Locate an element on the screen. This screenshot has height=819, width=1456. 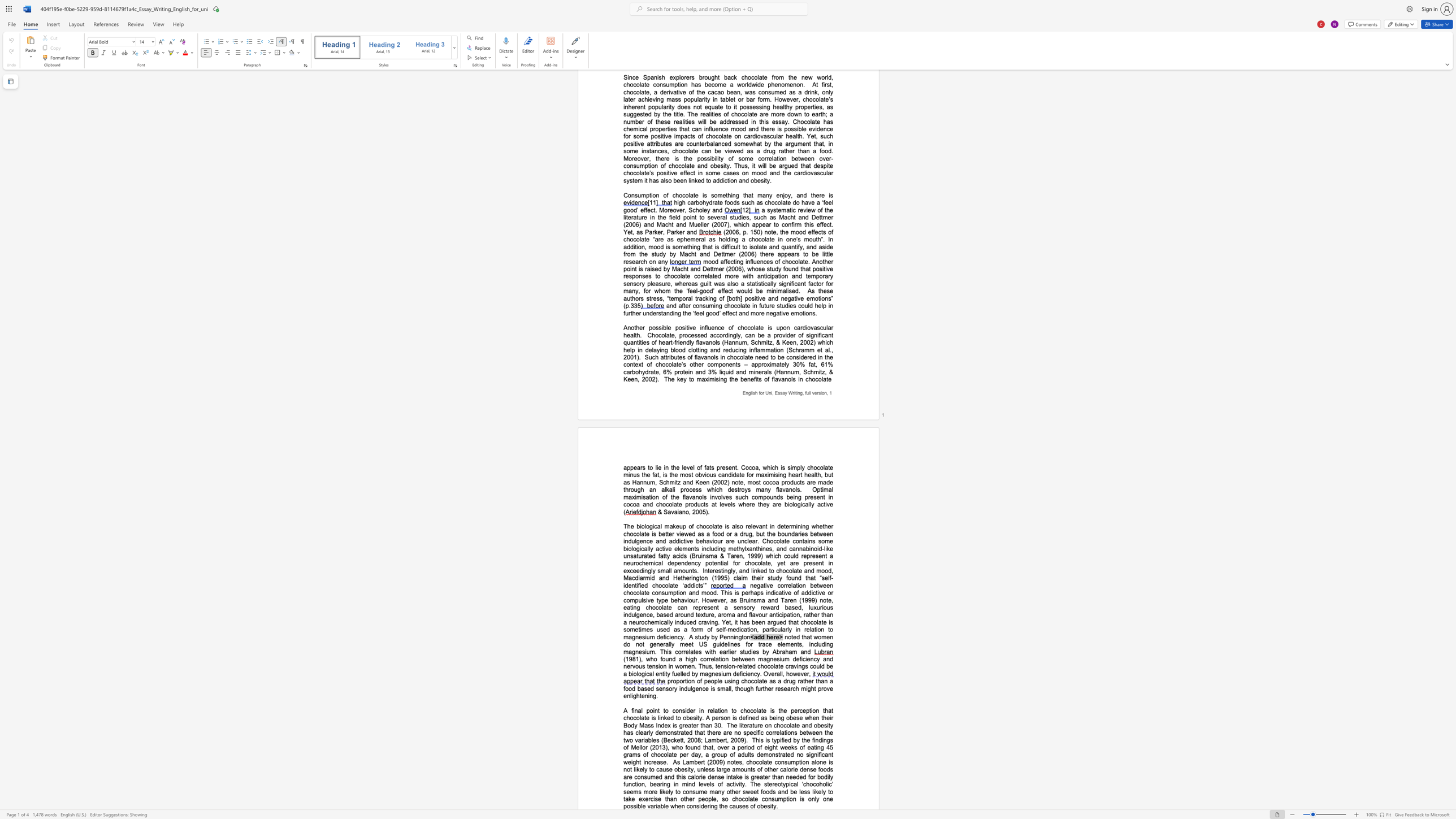
the subset text "chocoholic’ seems more likely to consume many other sweet foods and be less likely to take exe" within the text "of other calorie dense foods are consumed and this calorie dense intake is greater than needed for bodily function, bearing in mind levels of activity. The stereotypical ‘chocoholic’ seems more likely to consume many other sweet foods and be less likely to take exercise than other people, so chocolate consumption is only one possible variable when considering th" is located at coordinates (803, 784).